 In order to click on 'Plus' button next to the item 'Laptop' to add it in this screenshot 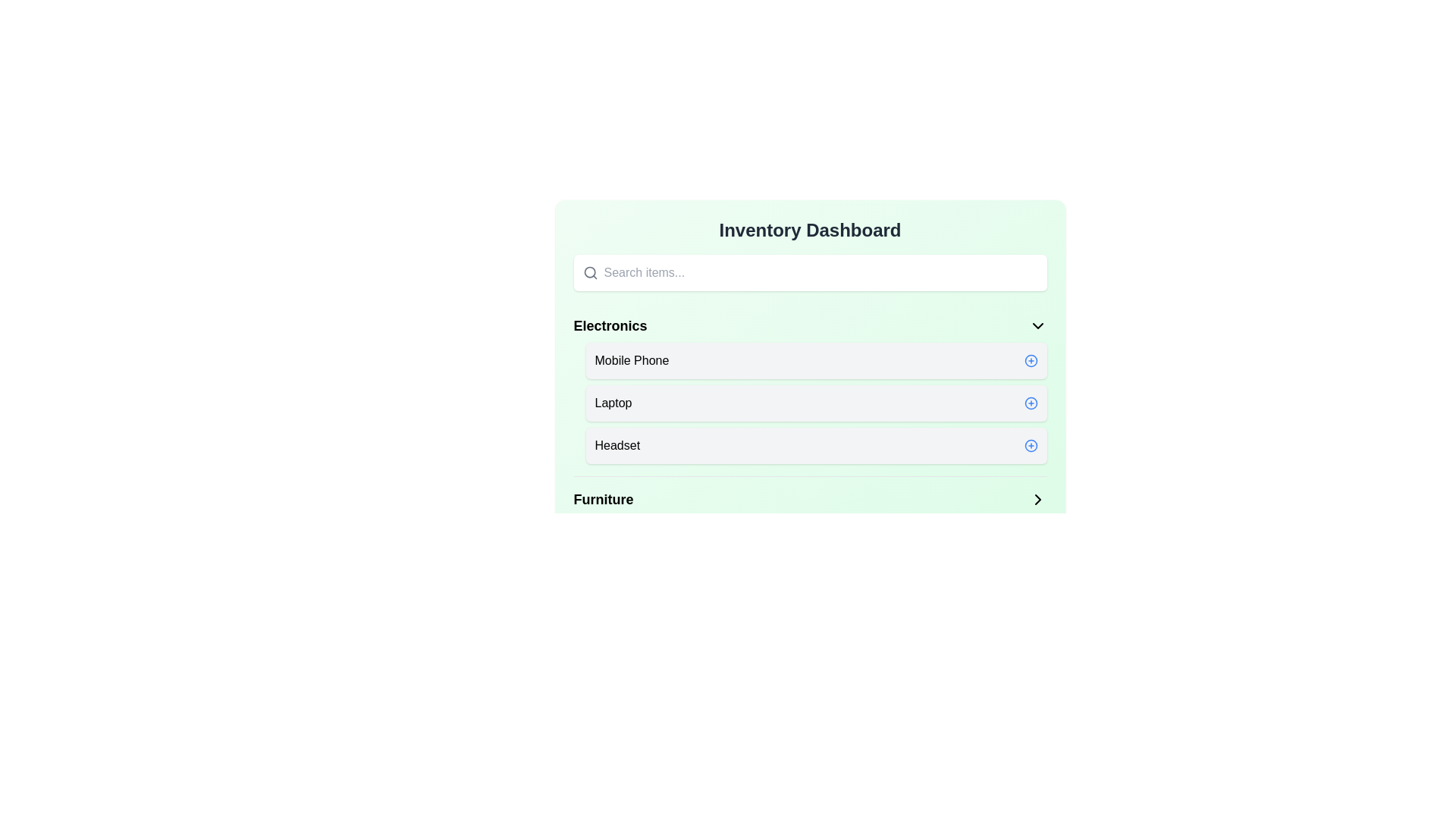, I will do `click(1031, 403)`.